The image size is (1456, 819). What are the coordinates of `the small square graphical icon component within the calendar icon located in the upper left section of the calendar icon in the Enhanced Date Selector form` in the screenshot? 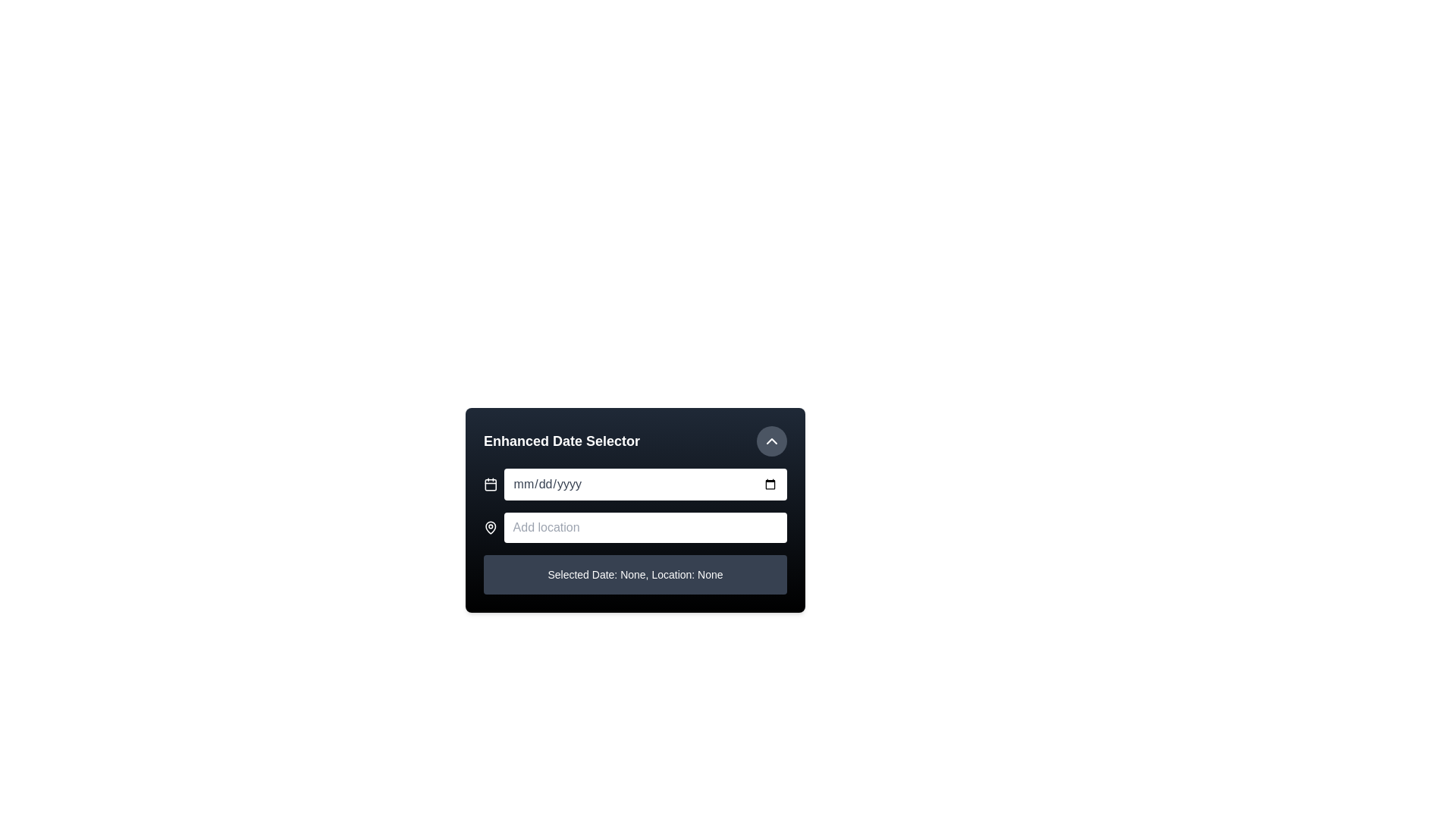 It's located at (491, 485).